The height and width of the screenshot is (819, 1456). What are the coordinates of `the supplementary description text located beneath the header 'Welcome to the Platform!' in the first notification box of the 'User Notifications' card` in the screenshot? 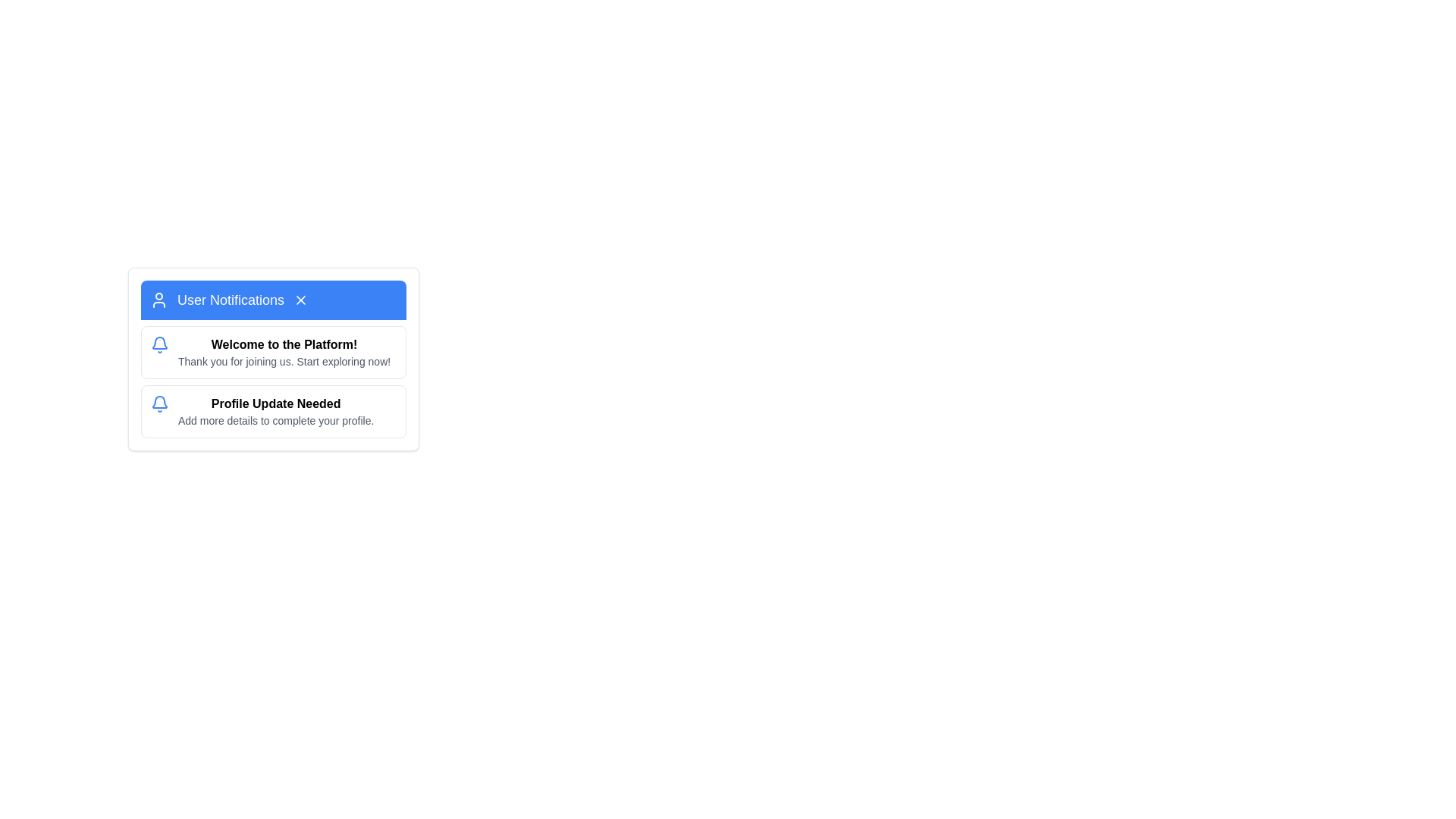 It's located at (284, 362).